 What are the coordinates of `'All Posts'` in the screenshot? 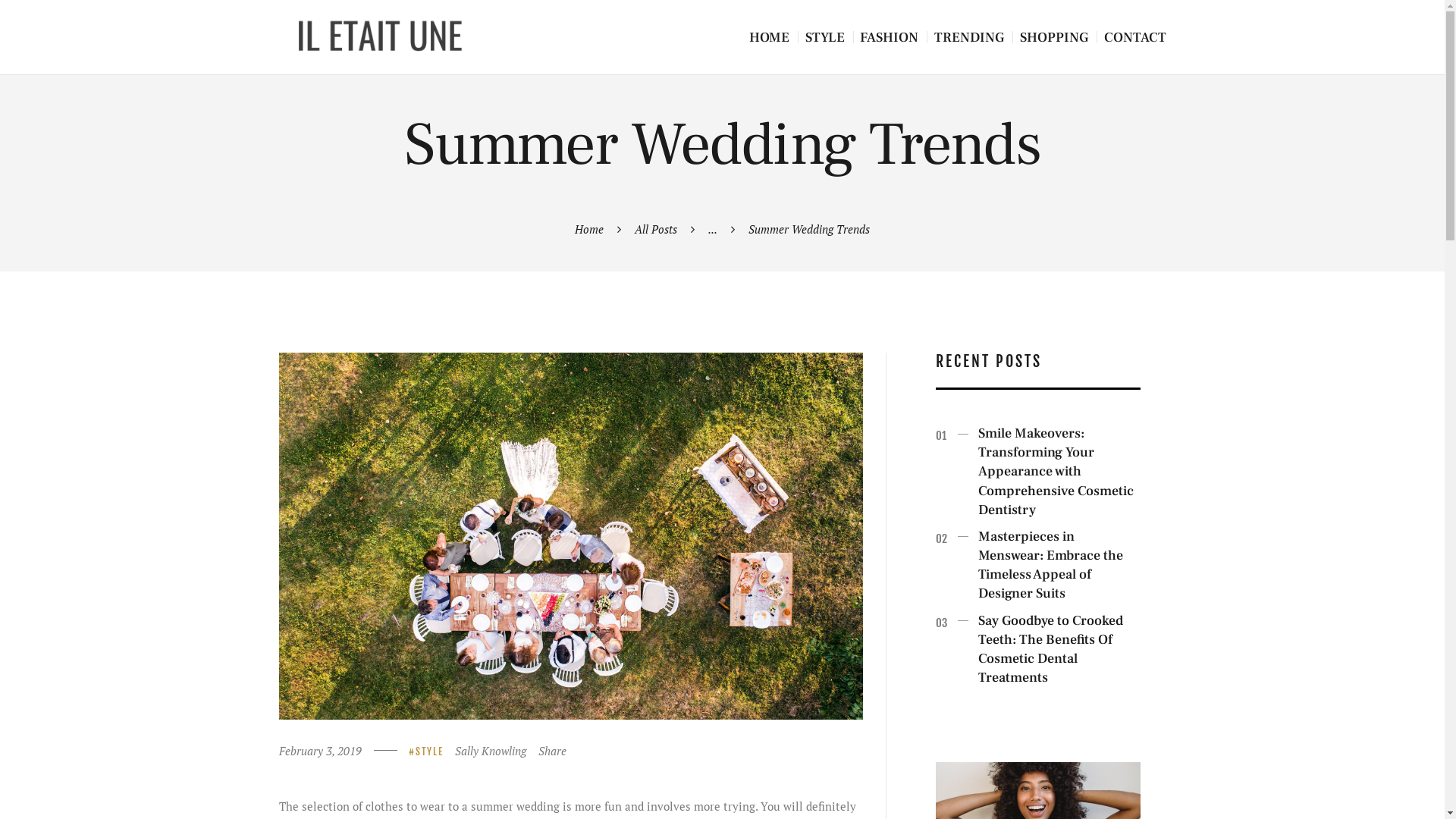 It's located at (655, 228).